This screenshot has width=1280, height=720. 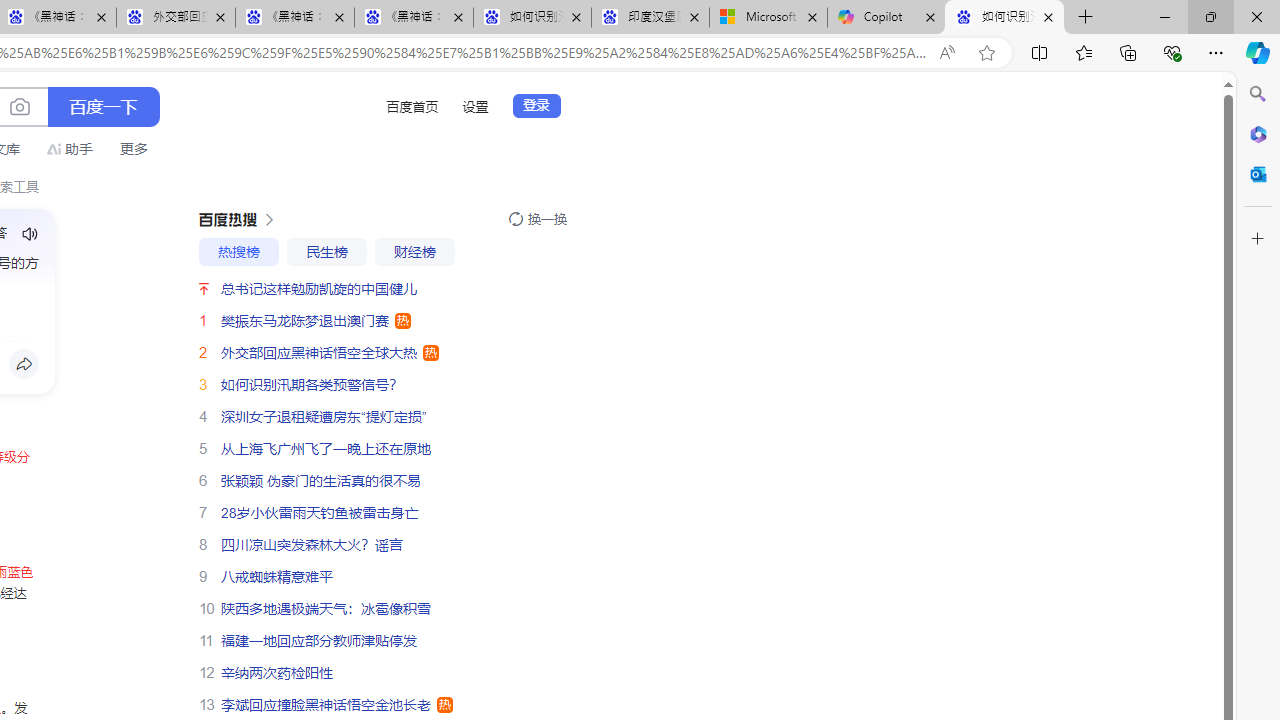 I want to click on 'Split screen', so click(x=1040, y=51).